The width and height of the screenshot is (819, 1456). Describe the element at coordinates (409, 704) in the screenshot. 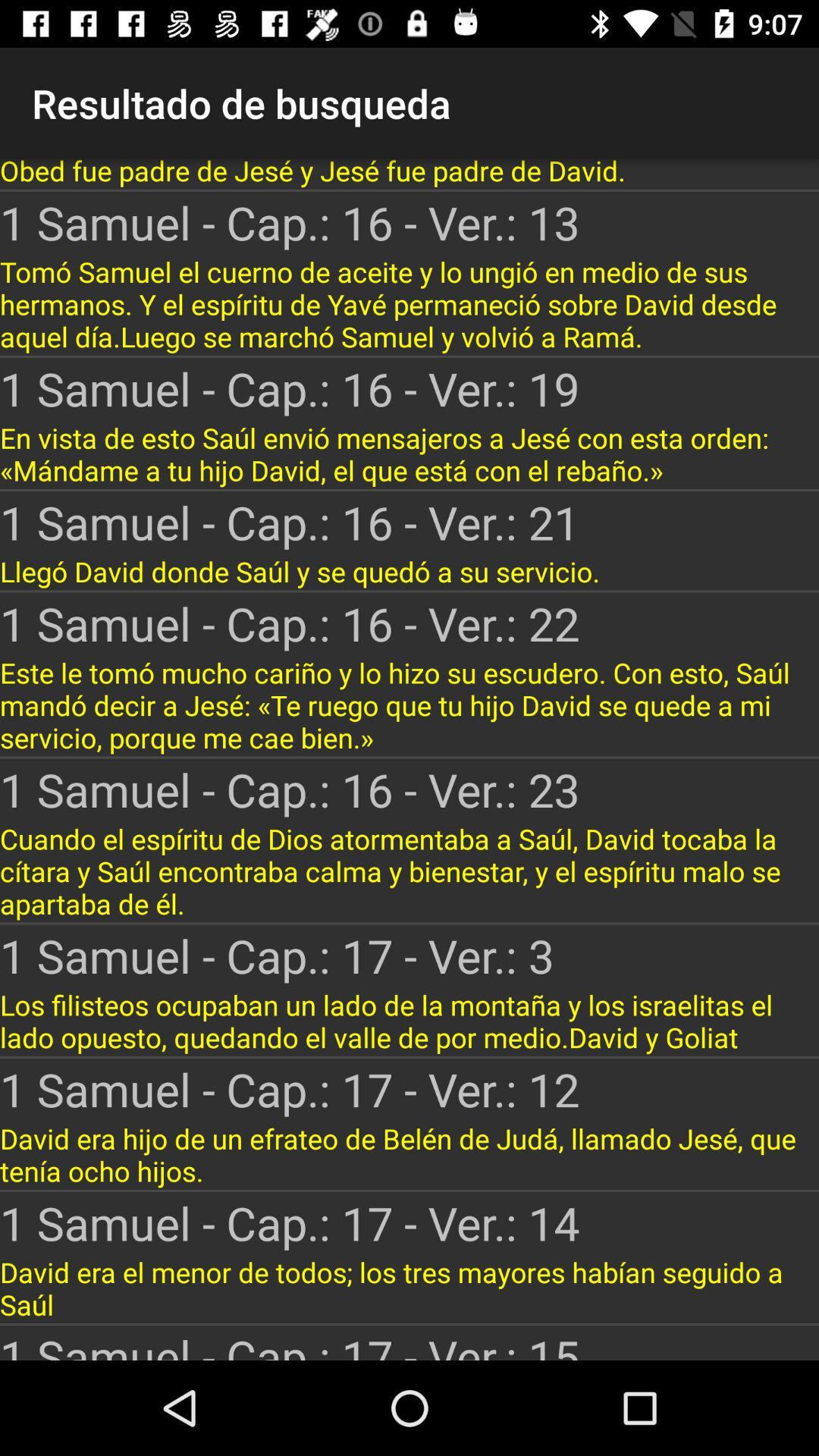

I see `app below 1 samuel cap item` at that location.